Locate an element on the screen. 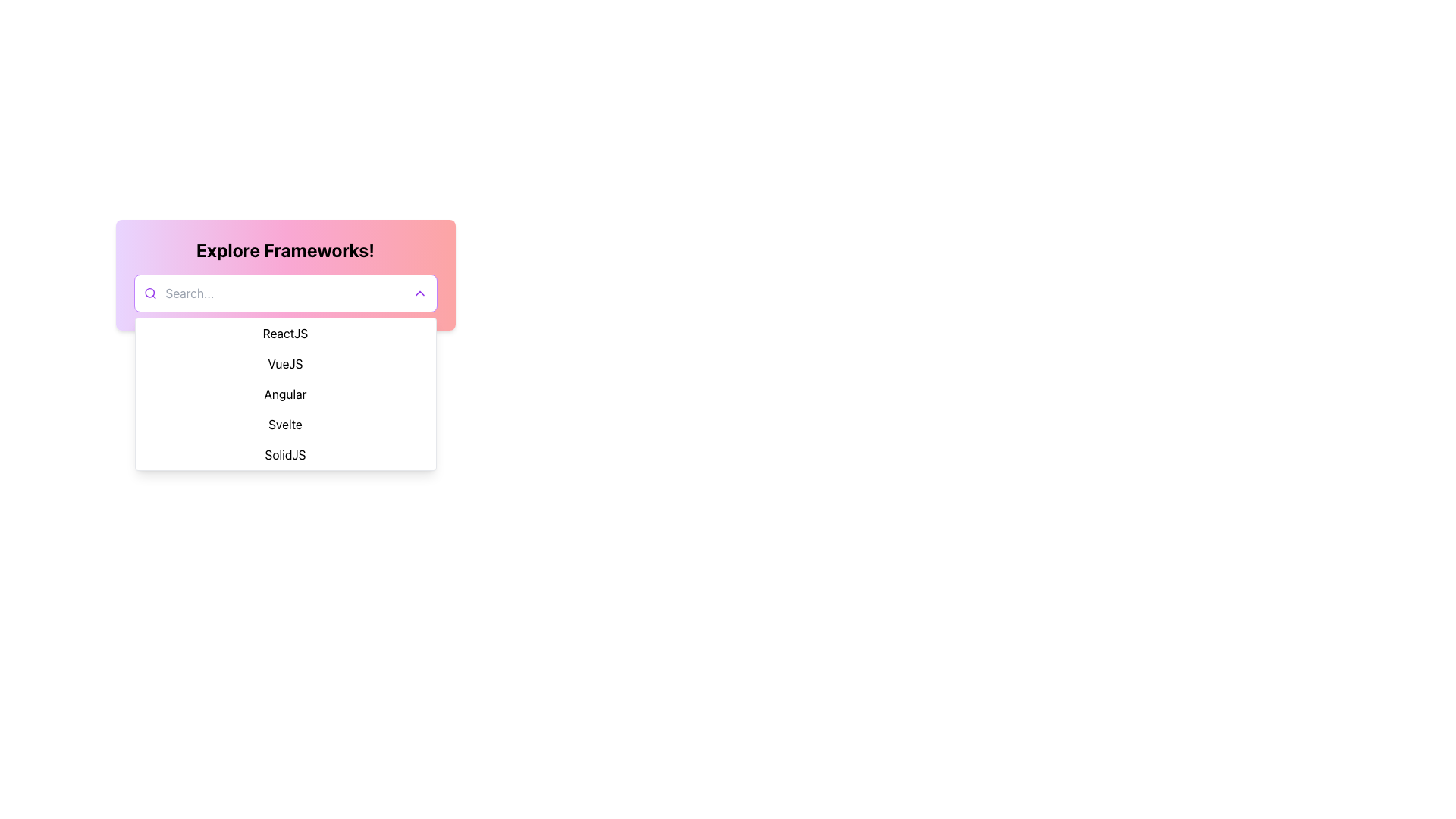  'SolidJS' text item in the dropdown menu, which is the fifth item in the list, by clicking on it is located at coordinates (285, 454).